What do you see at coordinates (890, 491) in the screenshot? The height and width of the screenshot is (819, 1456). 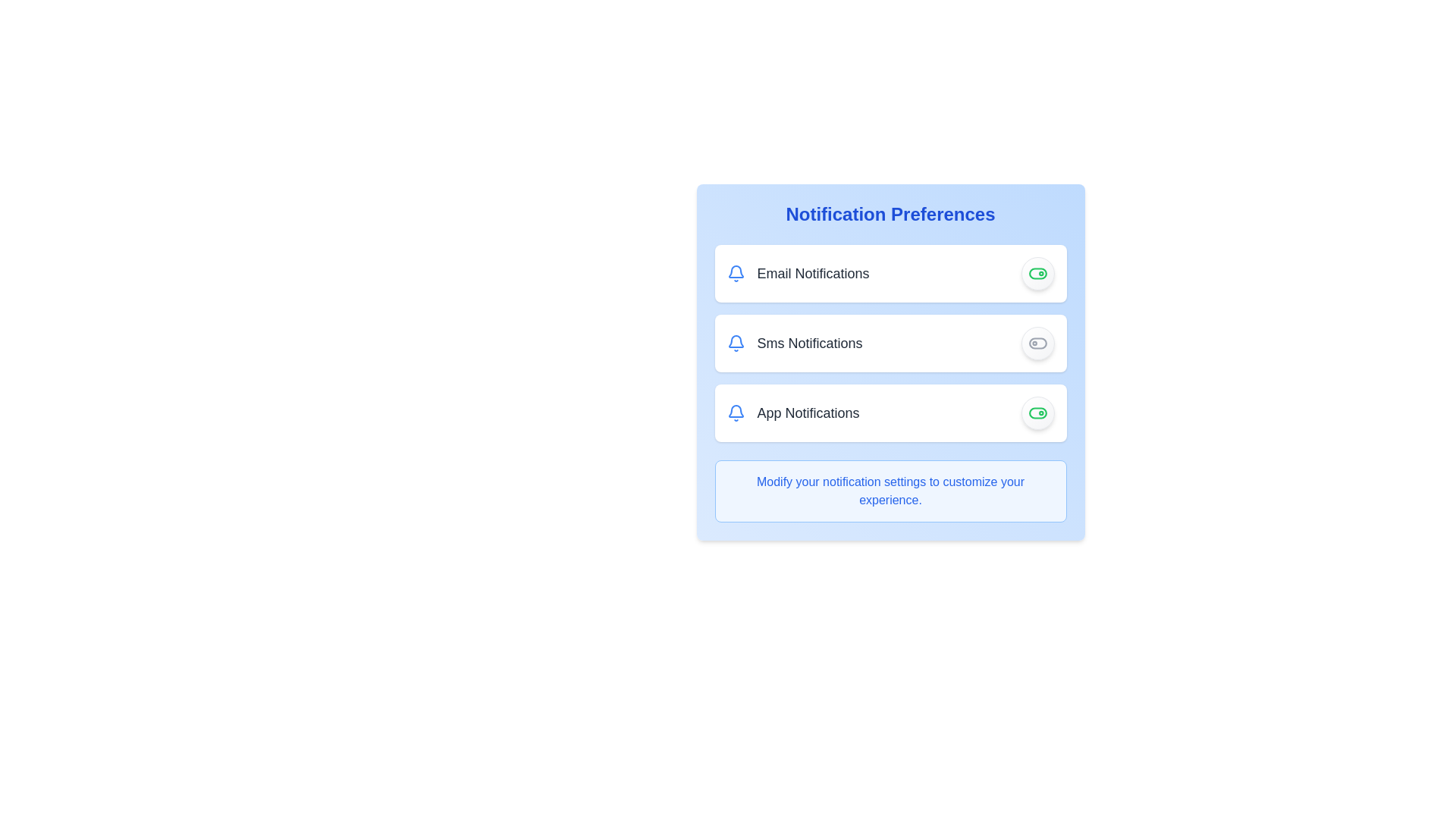 I see `informational text label about modifying notification settings located in the light blue box at the bottom of the 'Notification Preferences' panel` at bounding box center [890, 491].